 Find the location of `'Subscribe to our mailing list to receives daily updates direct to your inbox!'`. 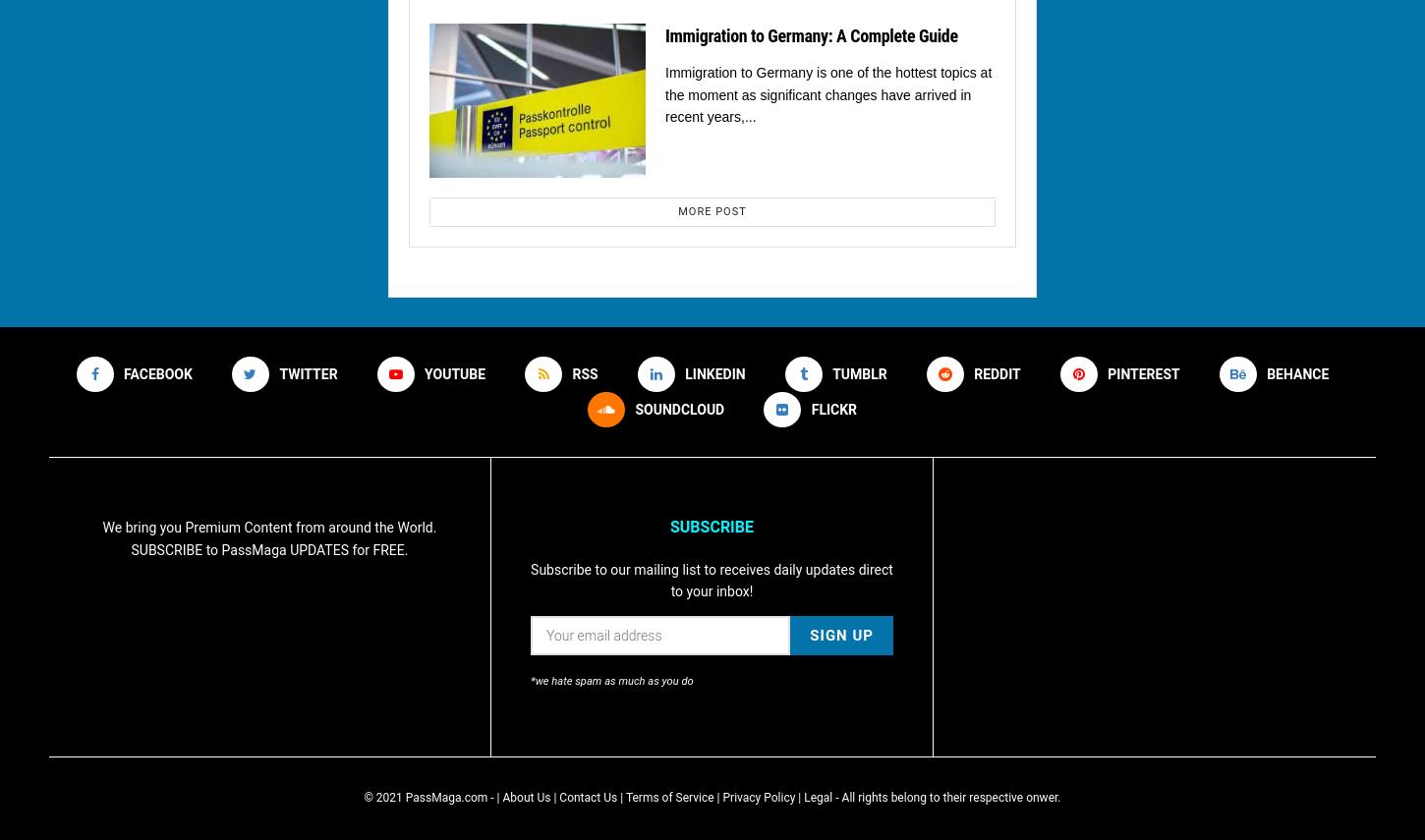

'Subscribe to our mailing list to receives daily updates direct to your inbox!' is located at coordinates (710, 579).